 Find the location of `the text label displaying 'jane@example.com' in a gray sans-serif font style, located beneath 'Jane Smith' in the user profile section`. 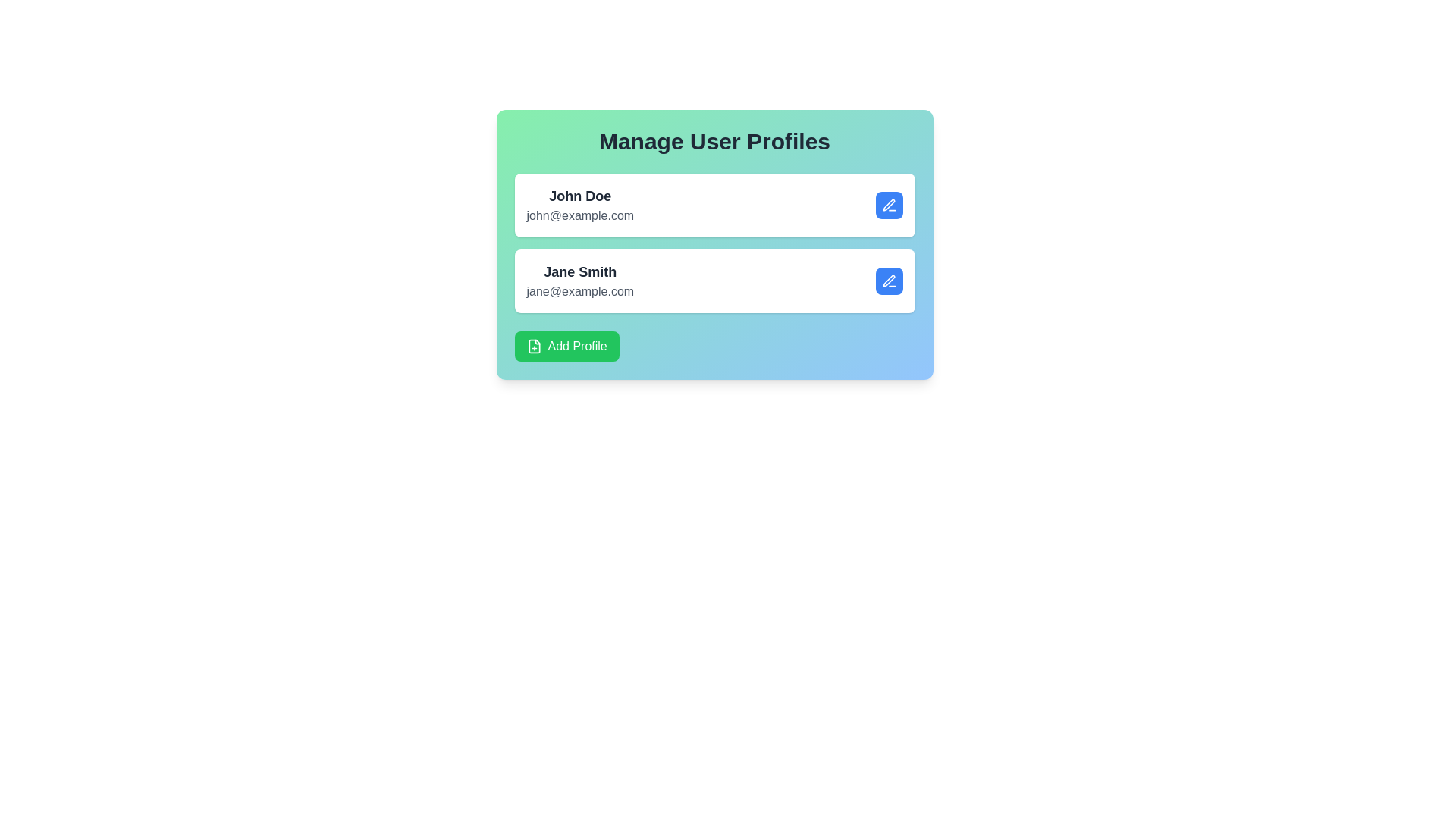

the text label displaying 'jane@example.com' in a gray sans-serif font style, located beneath 'Jane Smith' in the user profile section is located at coordinates (579, 292).